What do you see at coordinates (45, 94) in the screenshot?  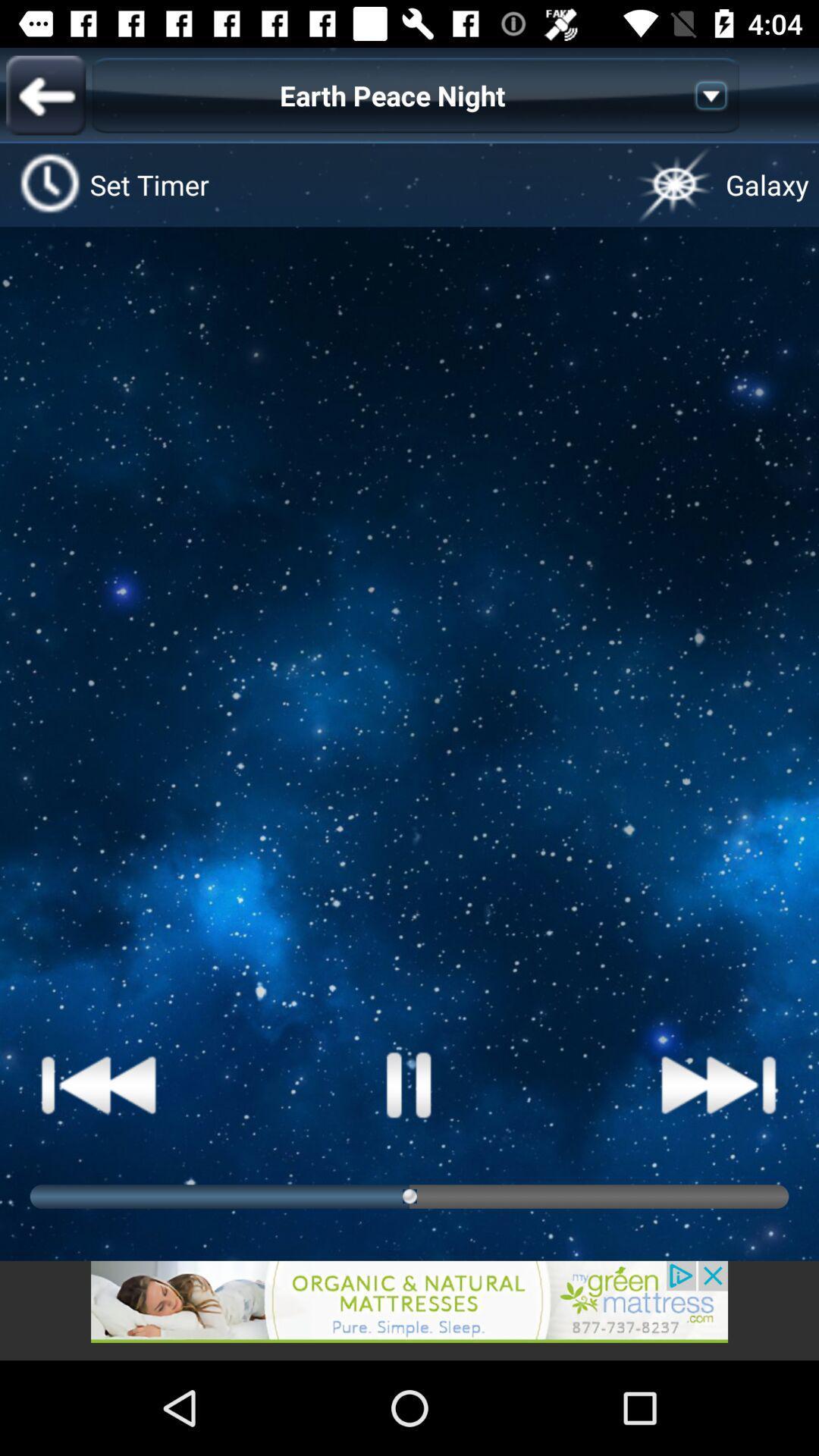 I see `previous button` at bounding box center [45, 94].